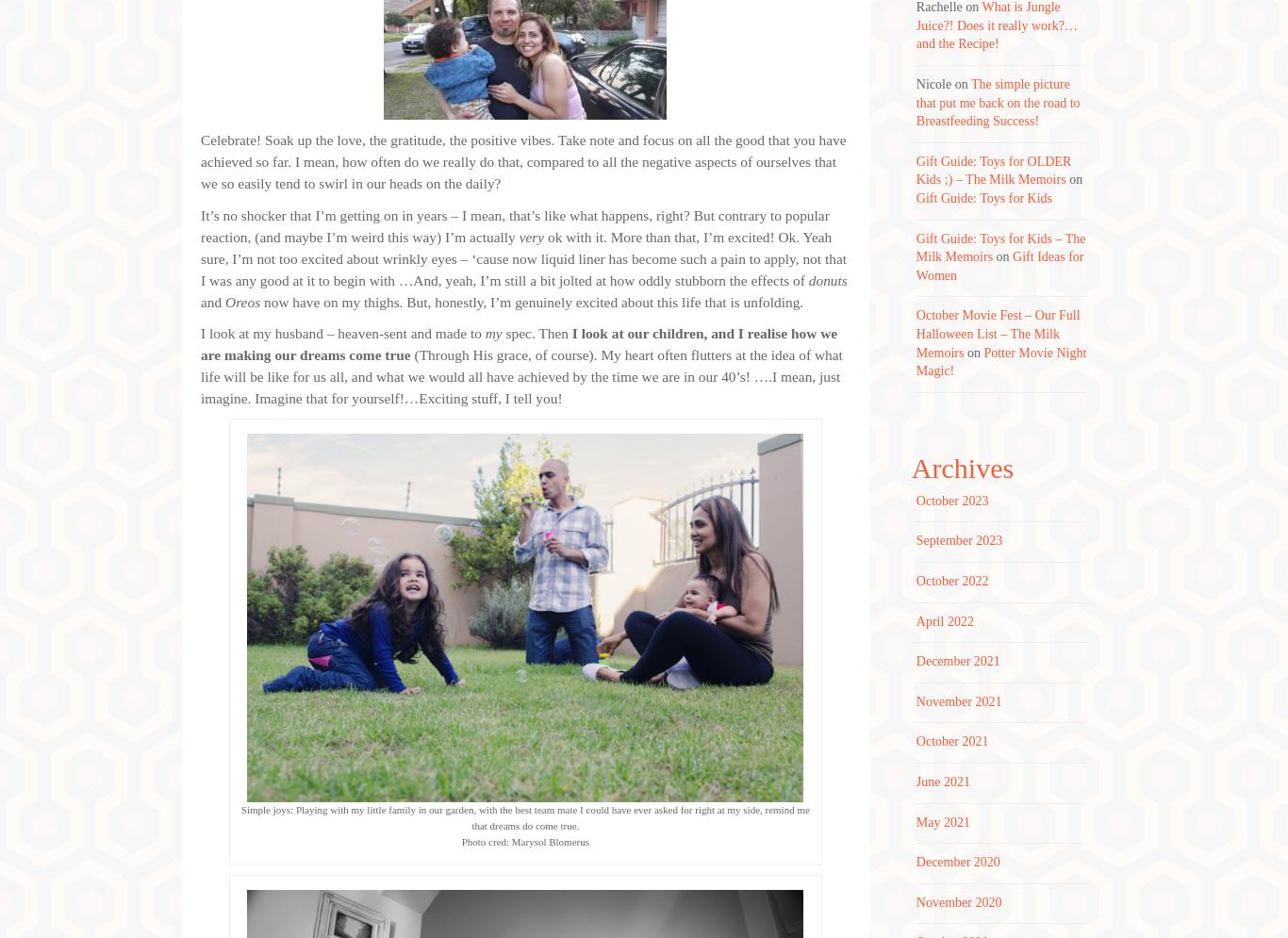 The height and width of the screenshot is (938, 1288). I want to click on 'Nicole', so click(933, 84).